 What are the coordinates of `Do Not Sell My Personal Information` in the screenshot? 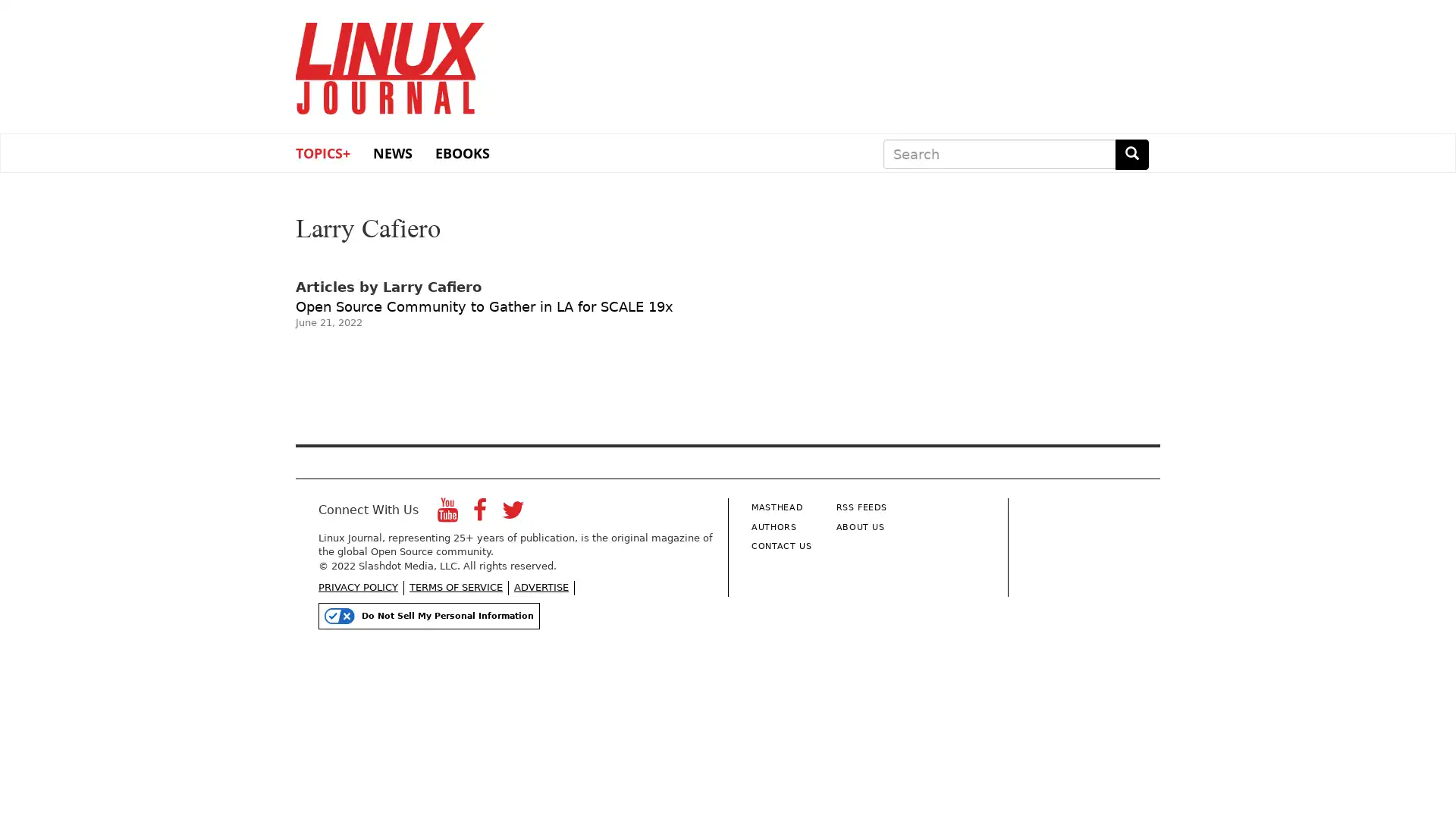 It's located at (428, 615).